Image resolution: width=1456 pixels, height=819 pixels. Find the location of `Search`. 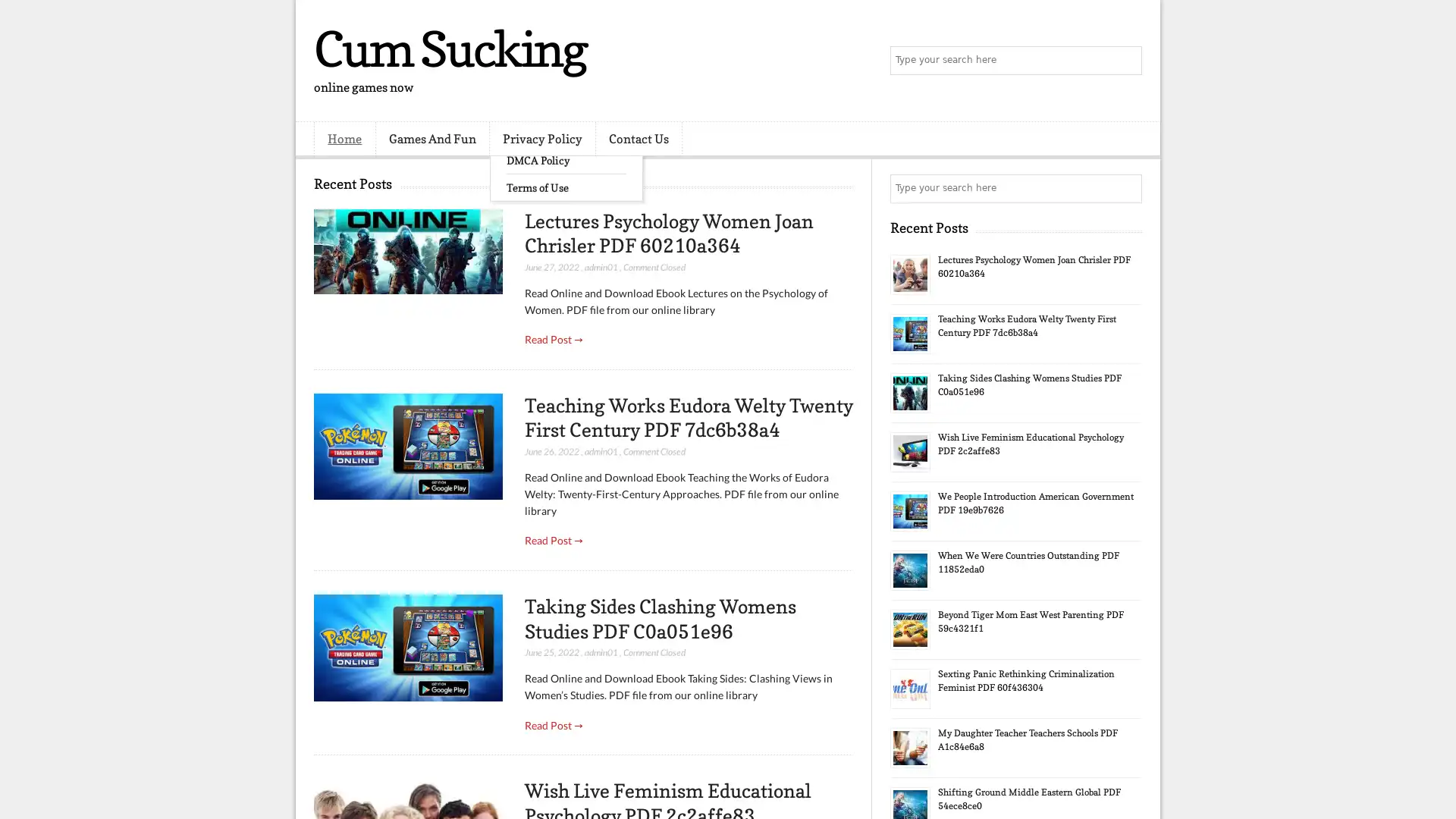

Search is located at coordinates (1126, 61).